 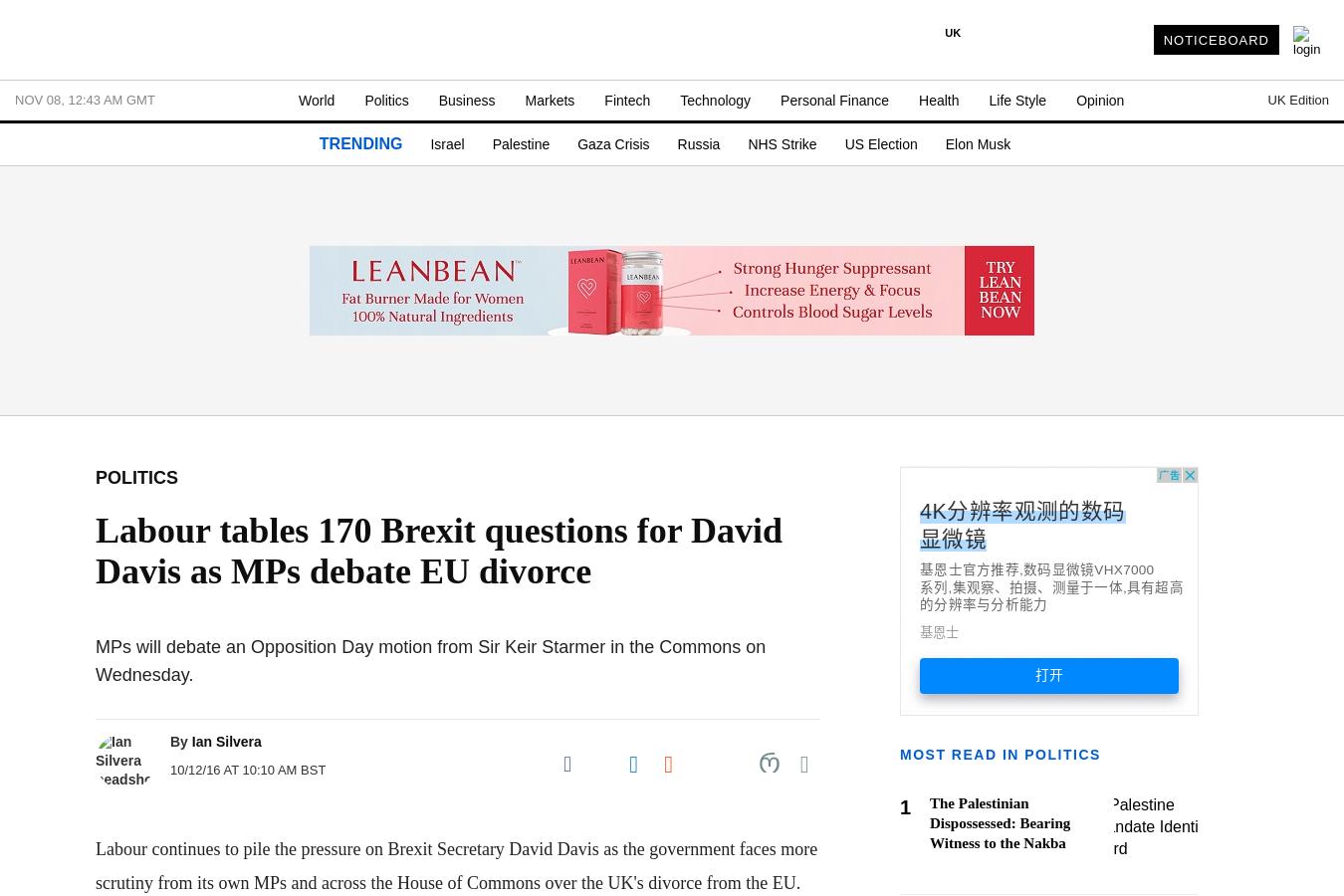 I want to click on 'International Edition', so click(x=1016, y=271).